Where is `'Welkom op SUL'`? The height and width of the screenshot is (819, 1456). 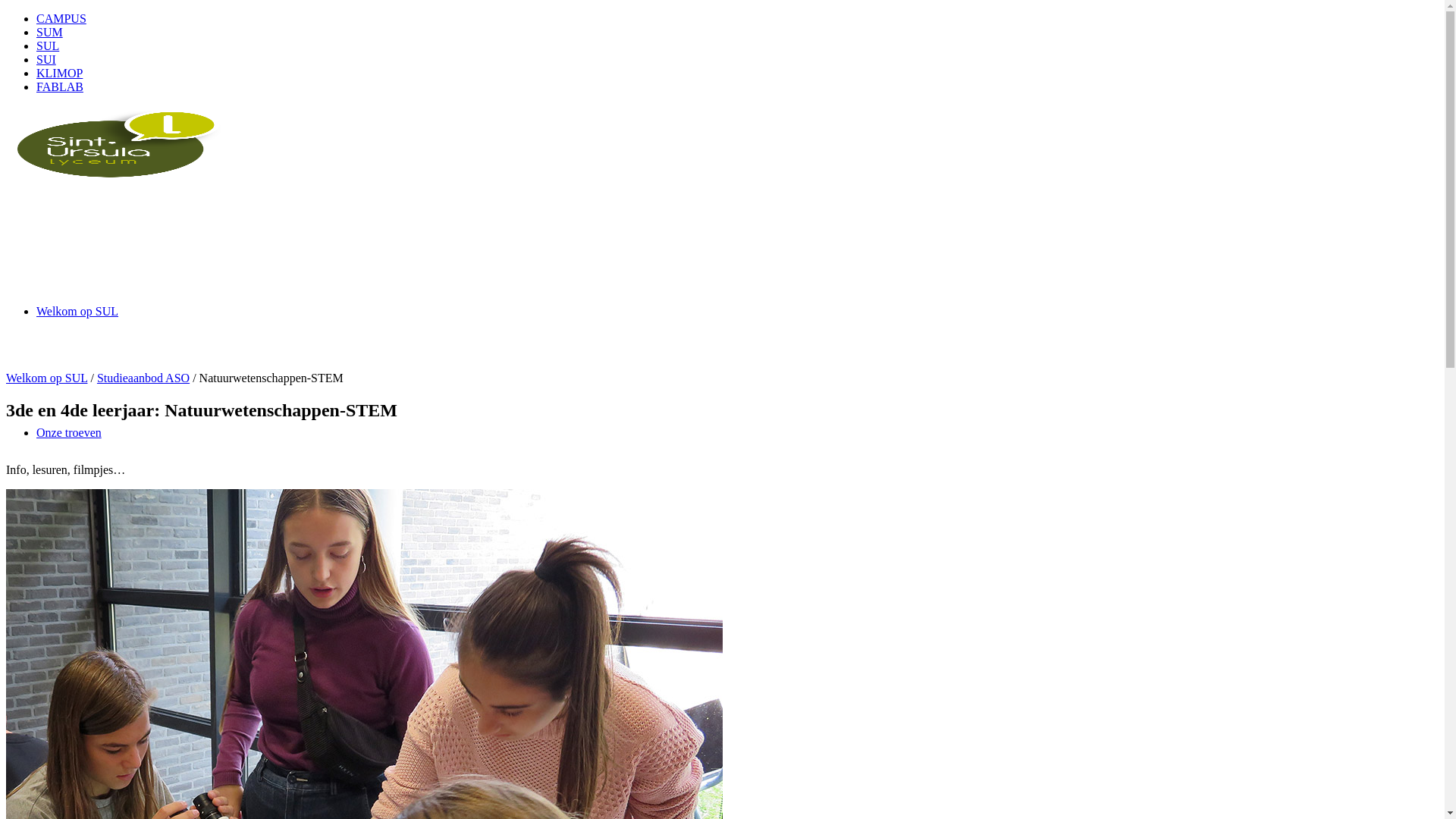 'Welkom op SUL' is located at coordinates (76, 310).